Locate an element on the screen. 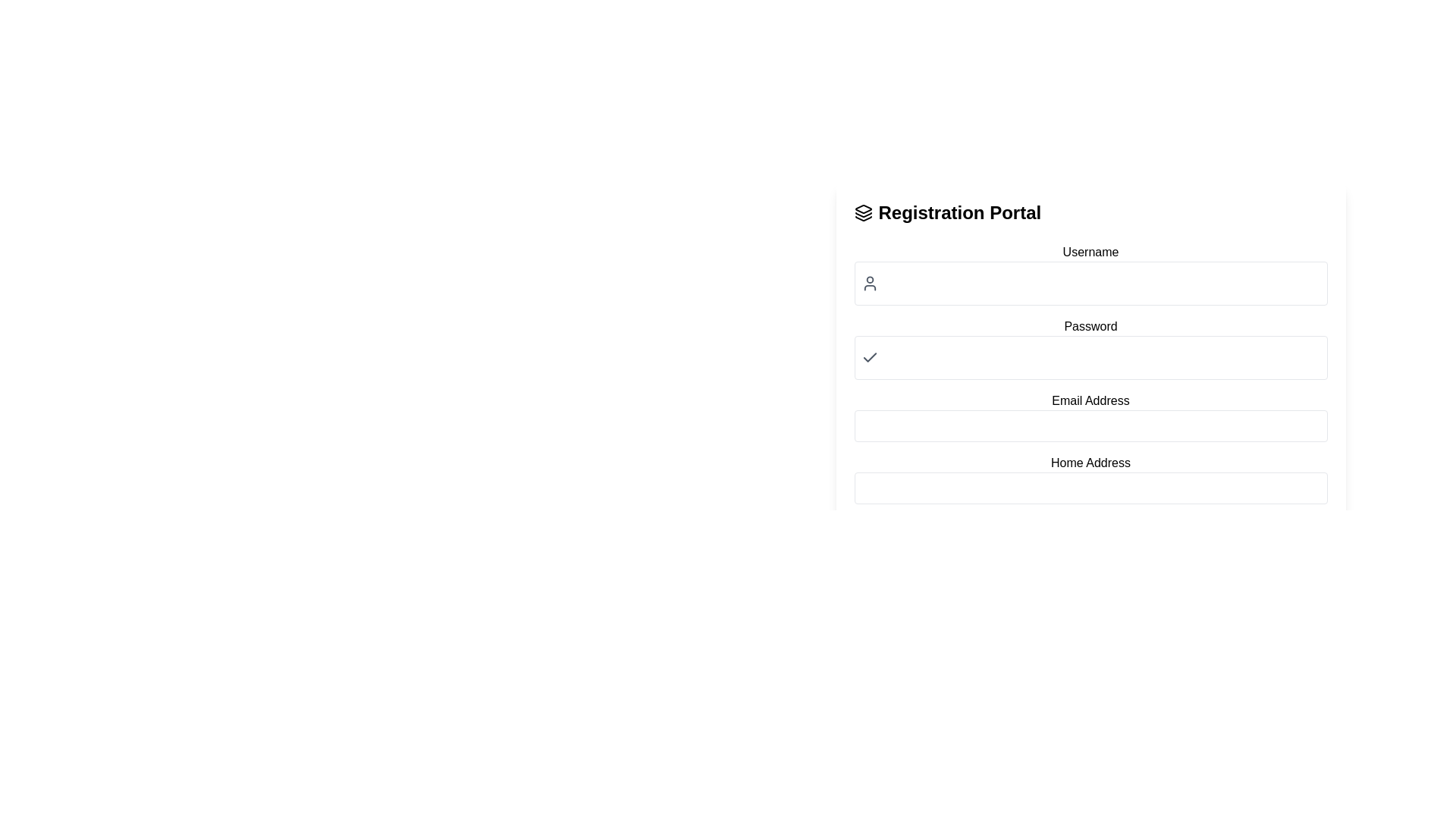 This screenshot has height=819, width=1456. the 'Email Address' text label, which is displayed in bold and medium-sized font is located at coordinates (1090, 400).